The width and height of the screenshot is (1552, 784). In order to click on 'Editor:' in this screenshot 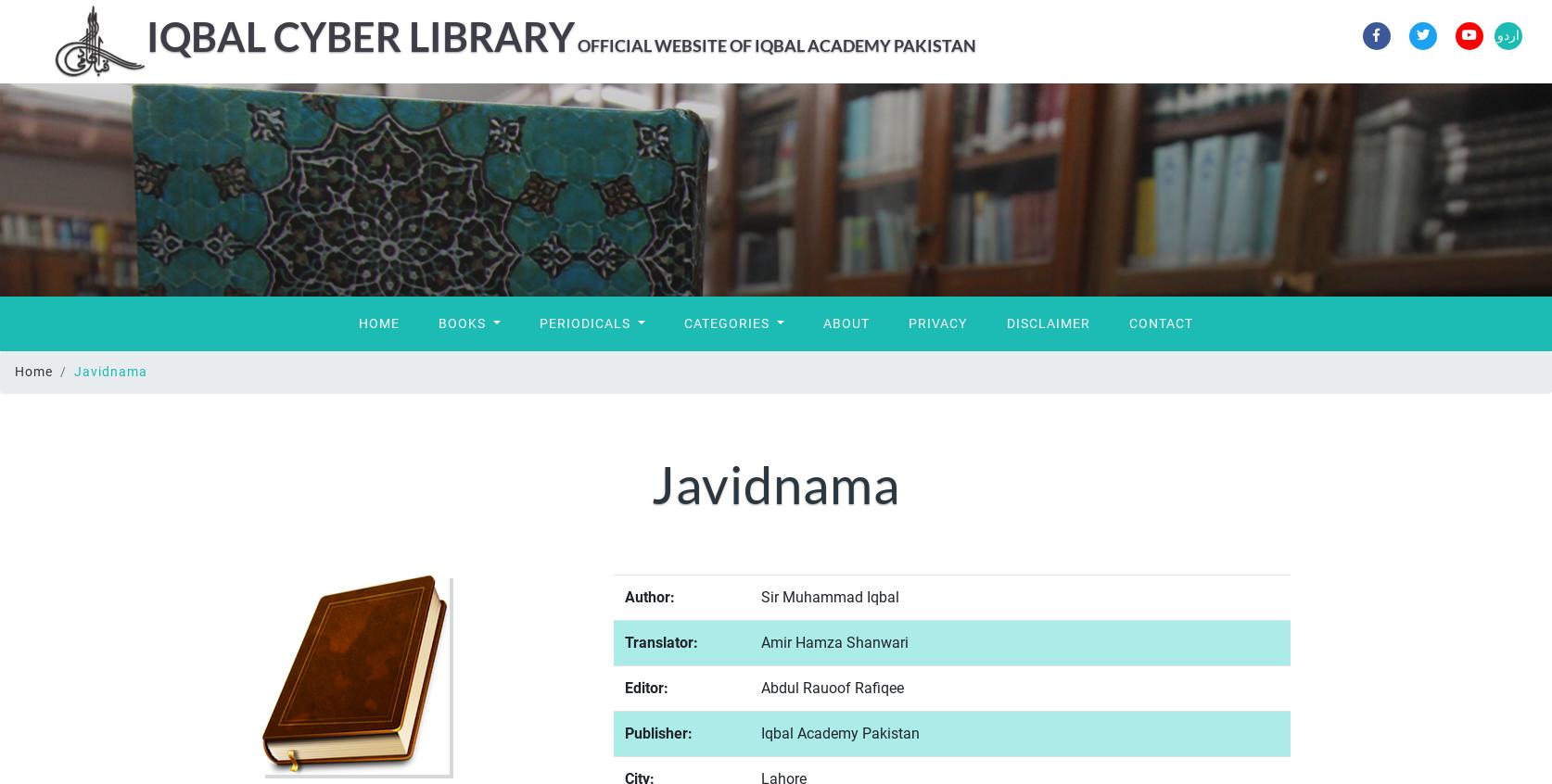, I will do `click(646, 686)`.